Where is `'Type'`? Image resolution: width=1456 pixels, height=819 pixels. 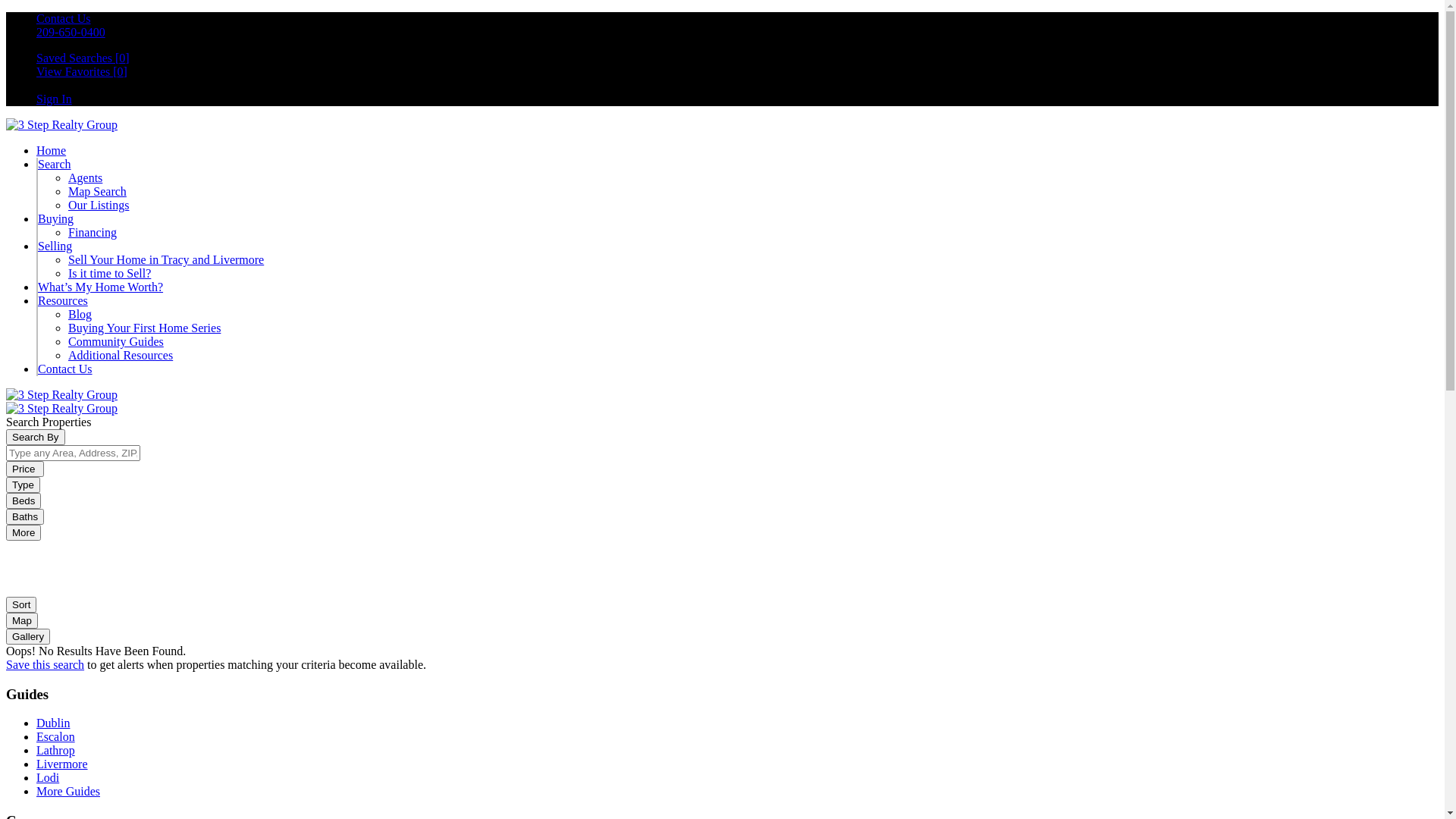 'Type' is located at coordinates (23, 485).